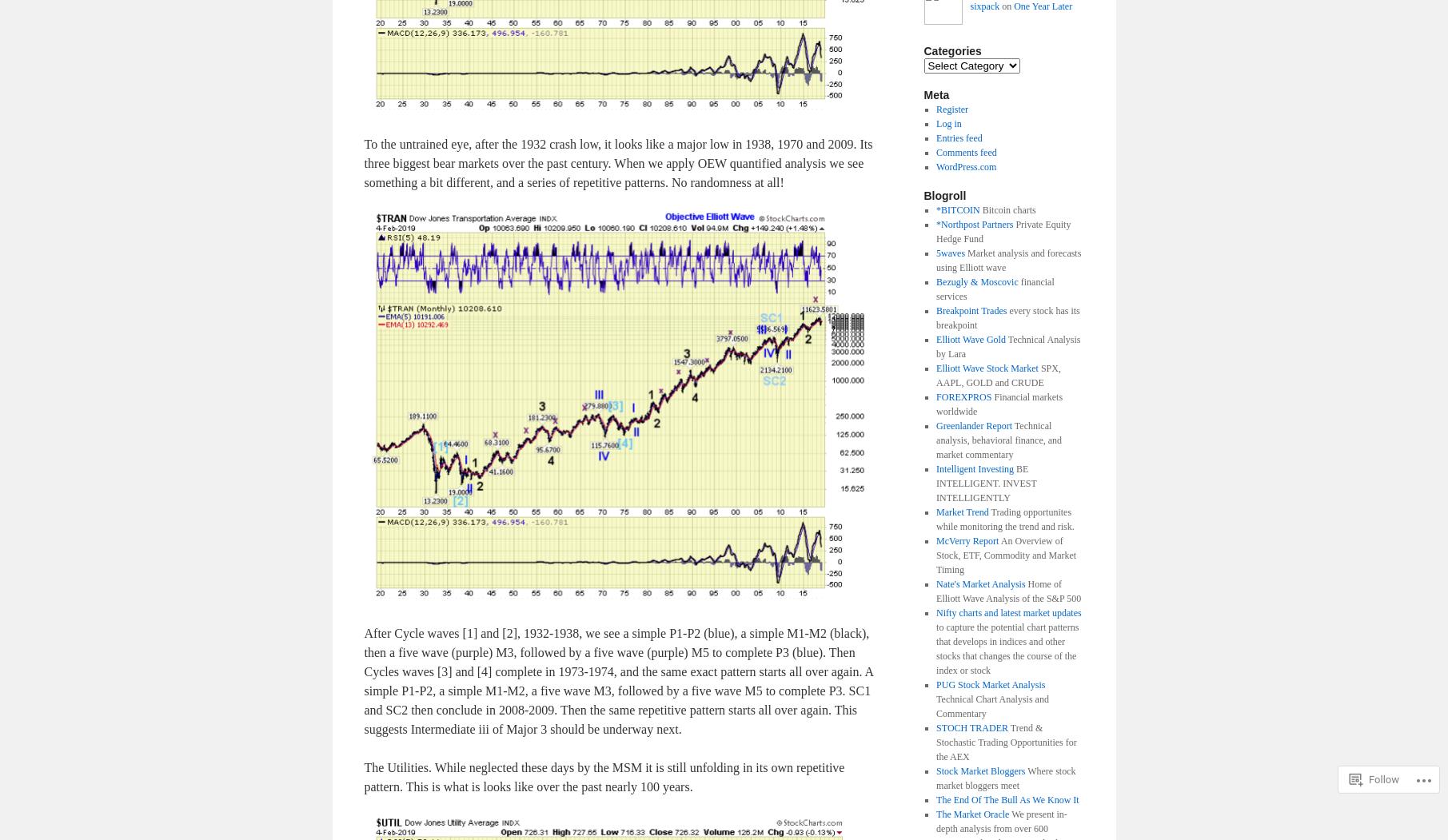 The height and width of the screenshot is (840, 1448). Describe the element at coordinates (935, 316) in the screenshot. I see `'every stock has its breakpoint'` at that location.